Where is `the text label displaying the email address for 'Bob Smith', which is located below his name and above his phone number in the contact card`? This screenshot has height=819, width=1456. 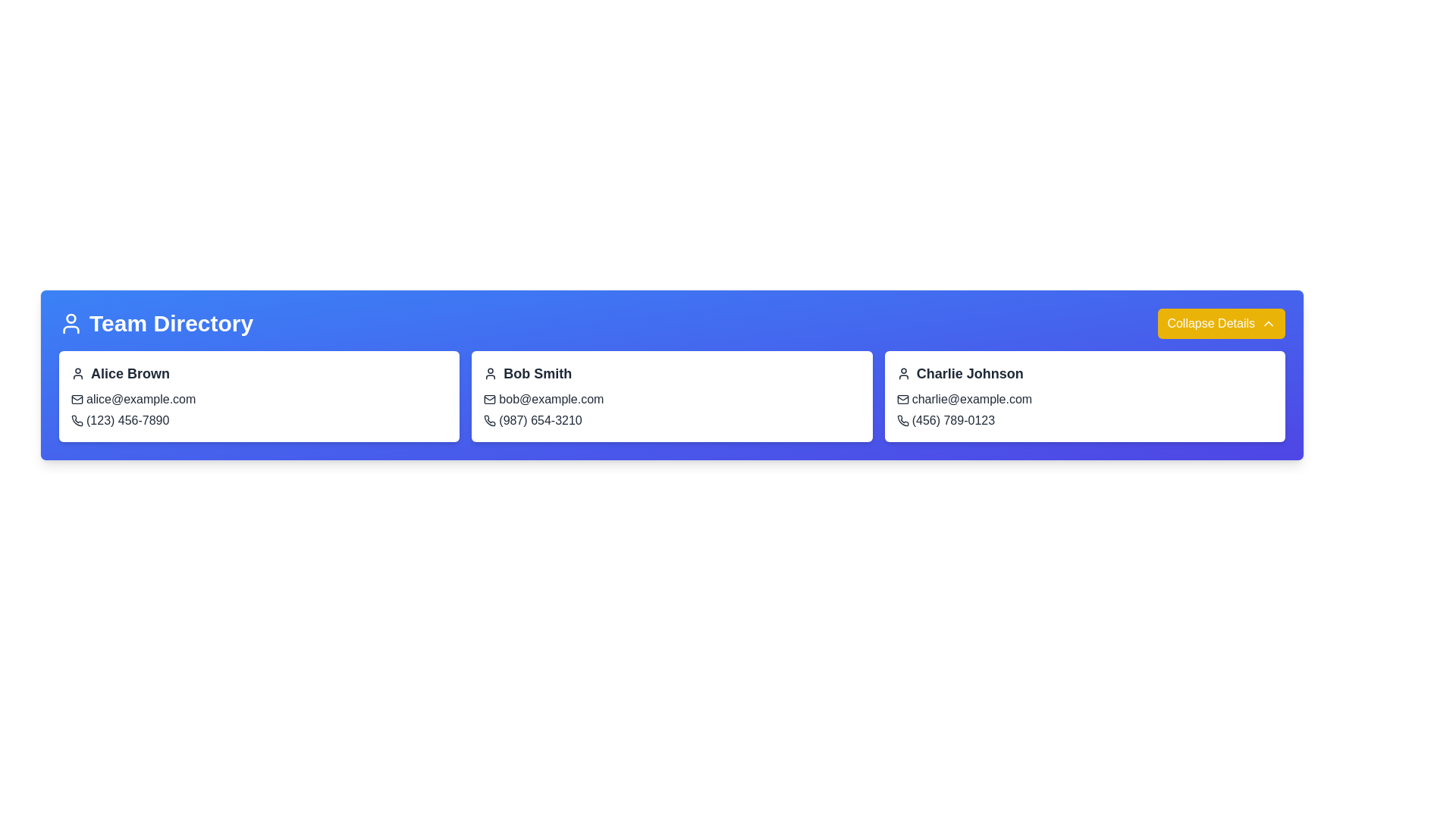 the text label displaying the email address for 'Bob Smith', which is located below his name and above his phone number in the contact card is located at coordinates (544, 399).